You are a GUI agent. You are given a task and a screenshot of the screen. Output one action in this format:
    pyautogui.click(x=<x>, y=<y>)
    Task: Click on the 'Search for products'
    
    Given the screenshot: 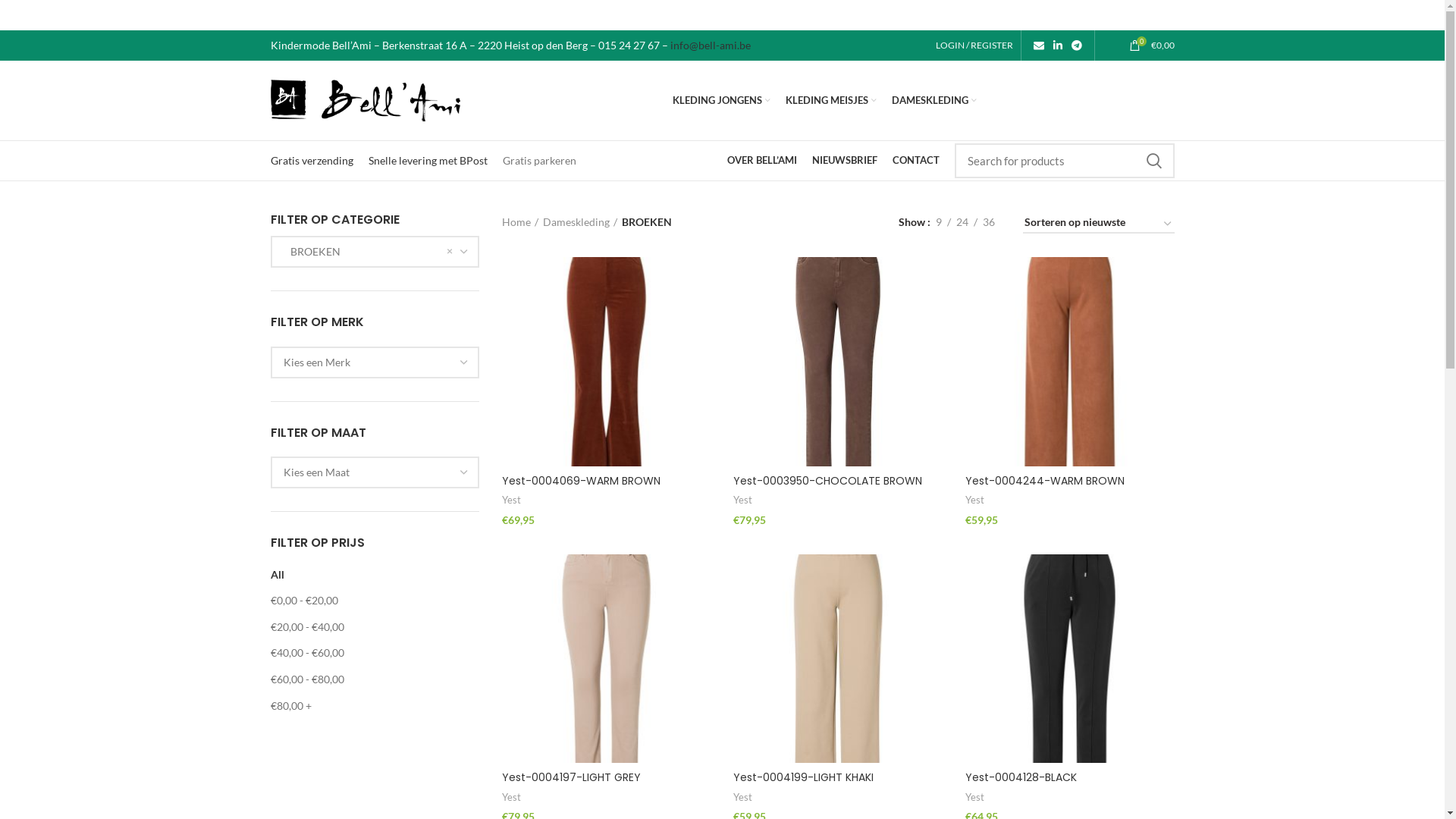 What is the action you would take?
    pyautogui.click(x=1062, y=161)
    